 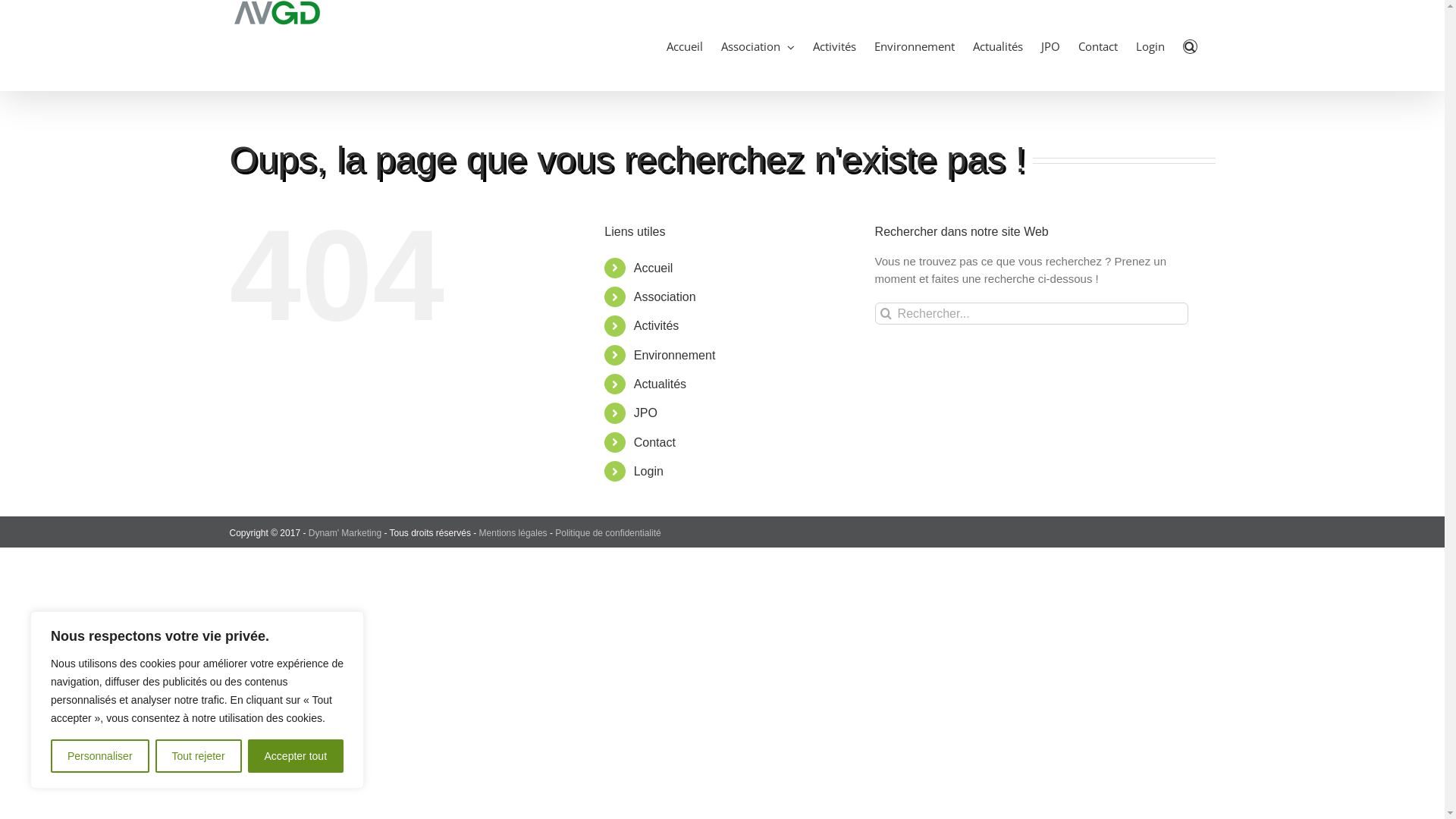 What do you see at coordinates (673, 355) in the screenshot?
I see `'Environnement'` at bounding box center [673, 355].